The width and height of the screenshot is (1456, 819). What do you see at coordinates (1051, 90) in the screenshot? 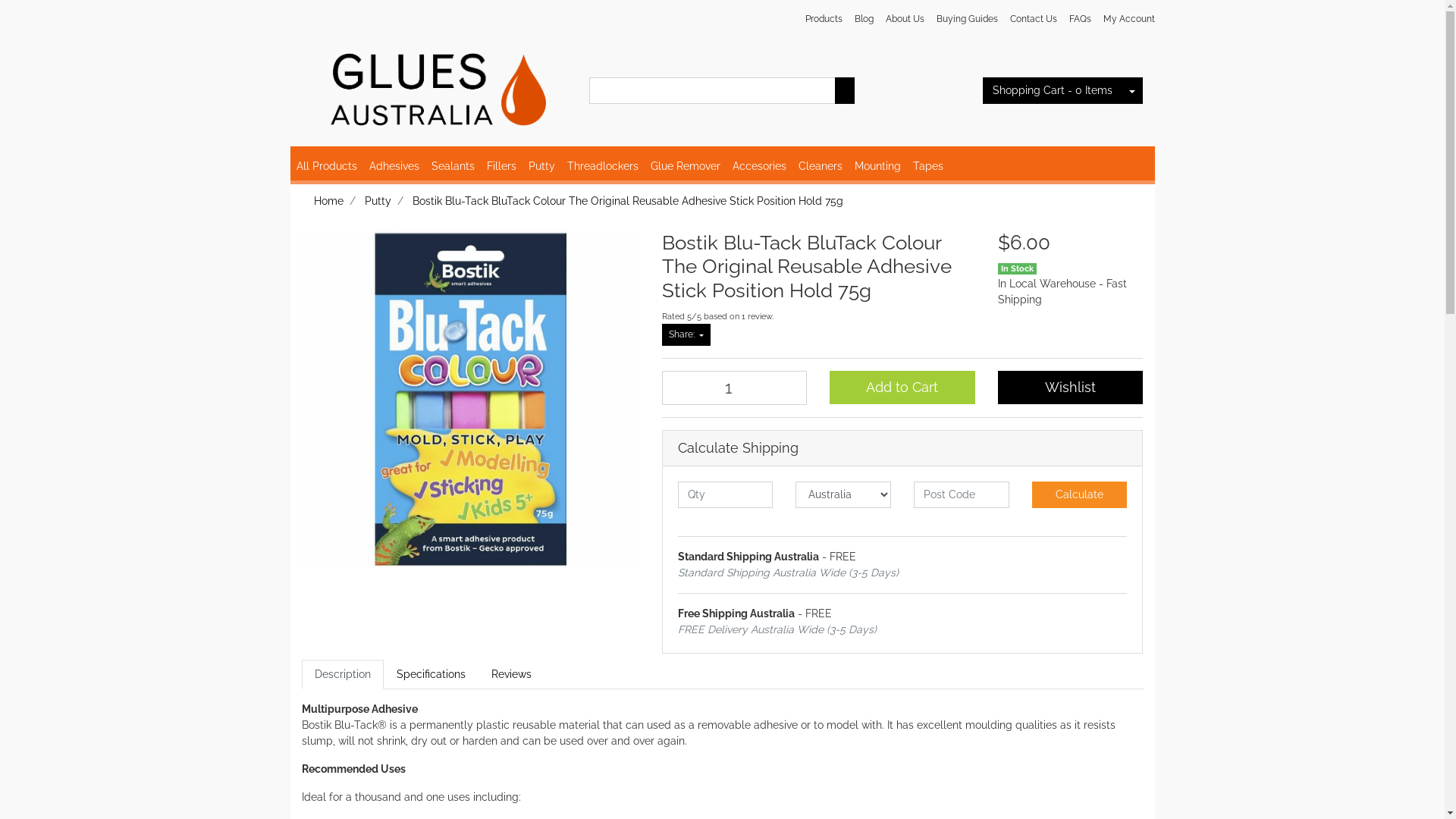
I see `'Shopping Cart - 0 Items'` at bounding box center [1051, 90].